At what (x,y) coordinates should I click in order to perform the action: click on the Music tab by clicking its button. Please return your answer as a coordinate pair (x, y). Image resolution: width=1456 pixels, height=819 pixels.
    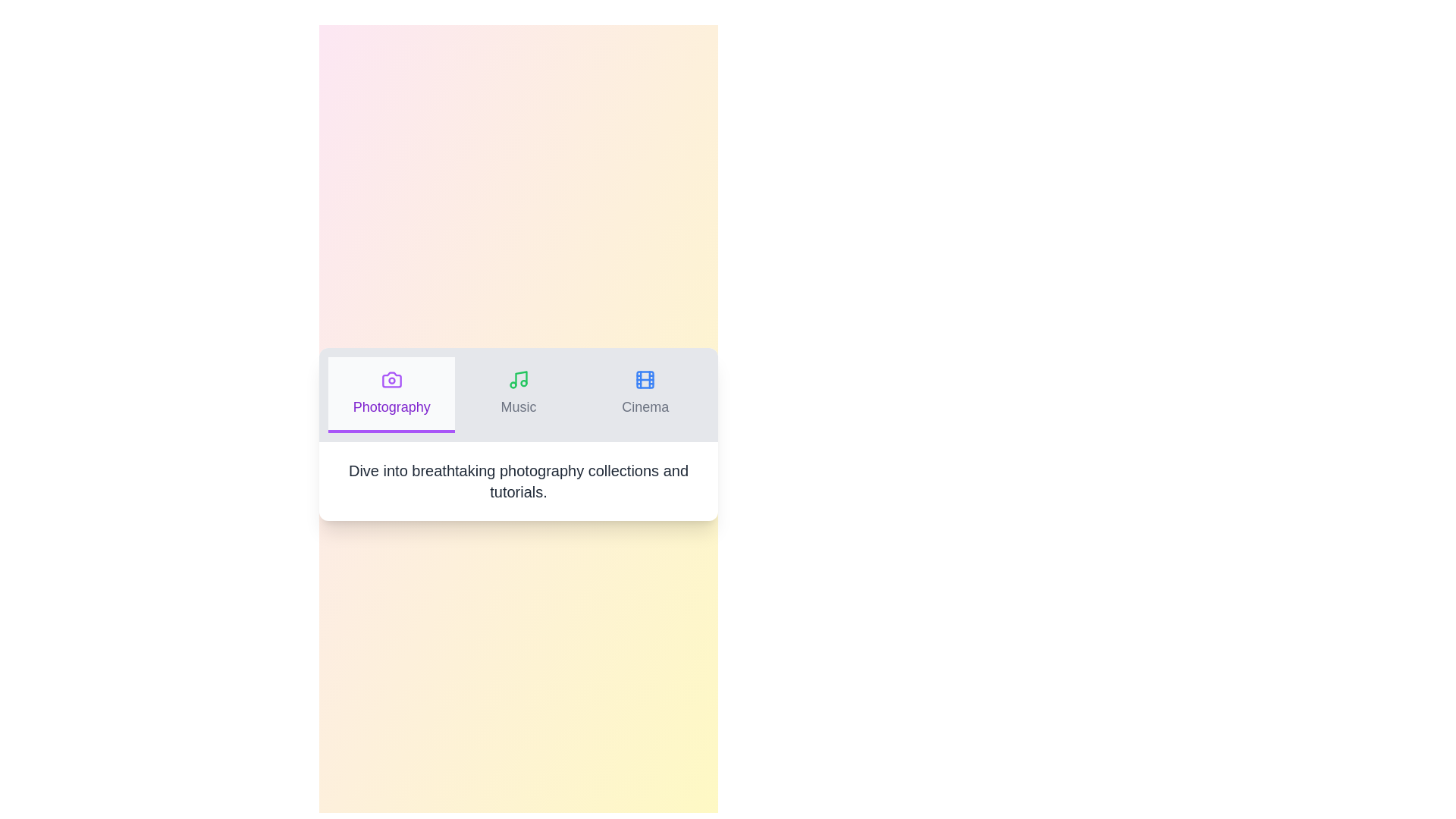
    Looking at the image, I should click on (518, 394).